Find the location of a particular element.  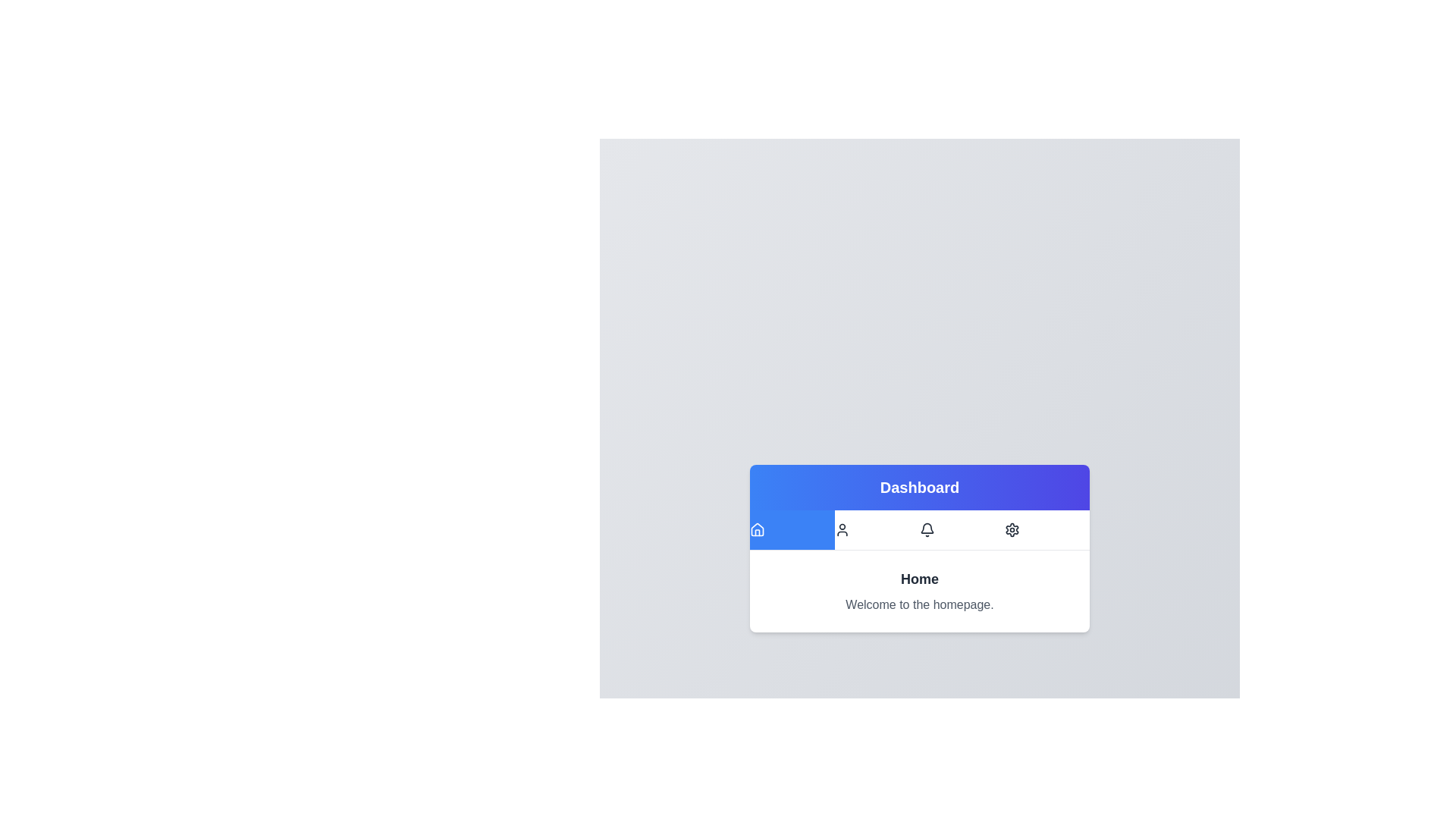

the header area and confirm its content visually is located at coordinates (919, 487).